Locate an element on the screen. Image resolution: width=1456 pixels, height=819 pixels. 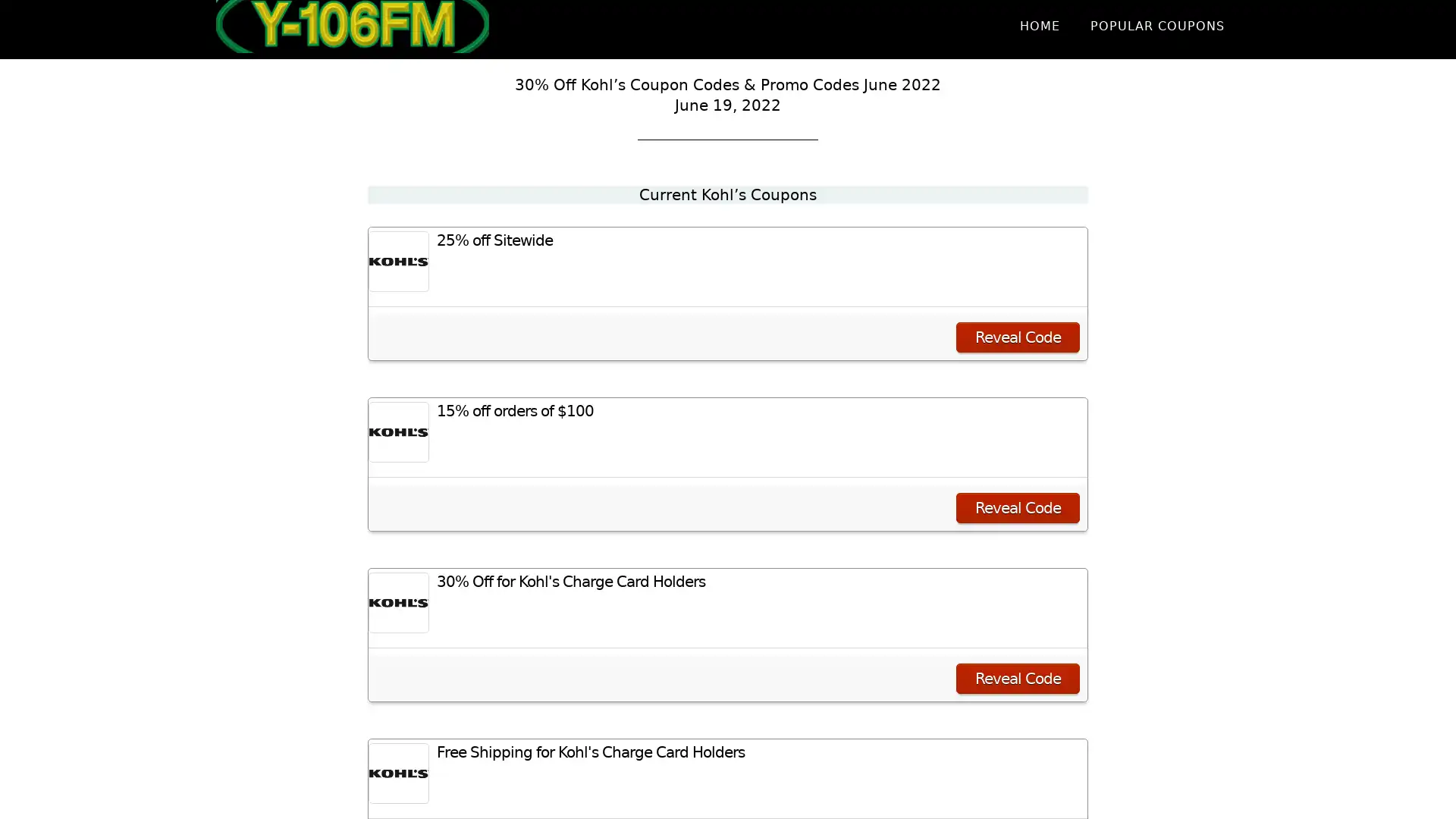
Reveal Code is located at coordinates (1018, 677).